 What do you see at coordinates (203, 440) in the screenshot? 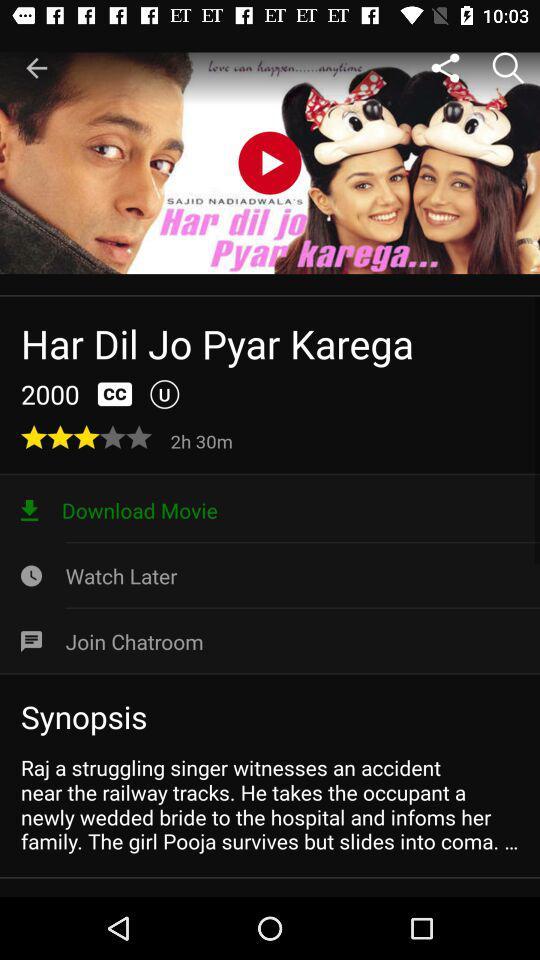
I see `the icon below u item` at bounding box center [203, 440].